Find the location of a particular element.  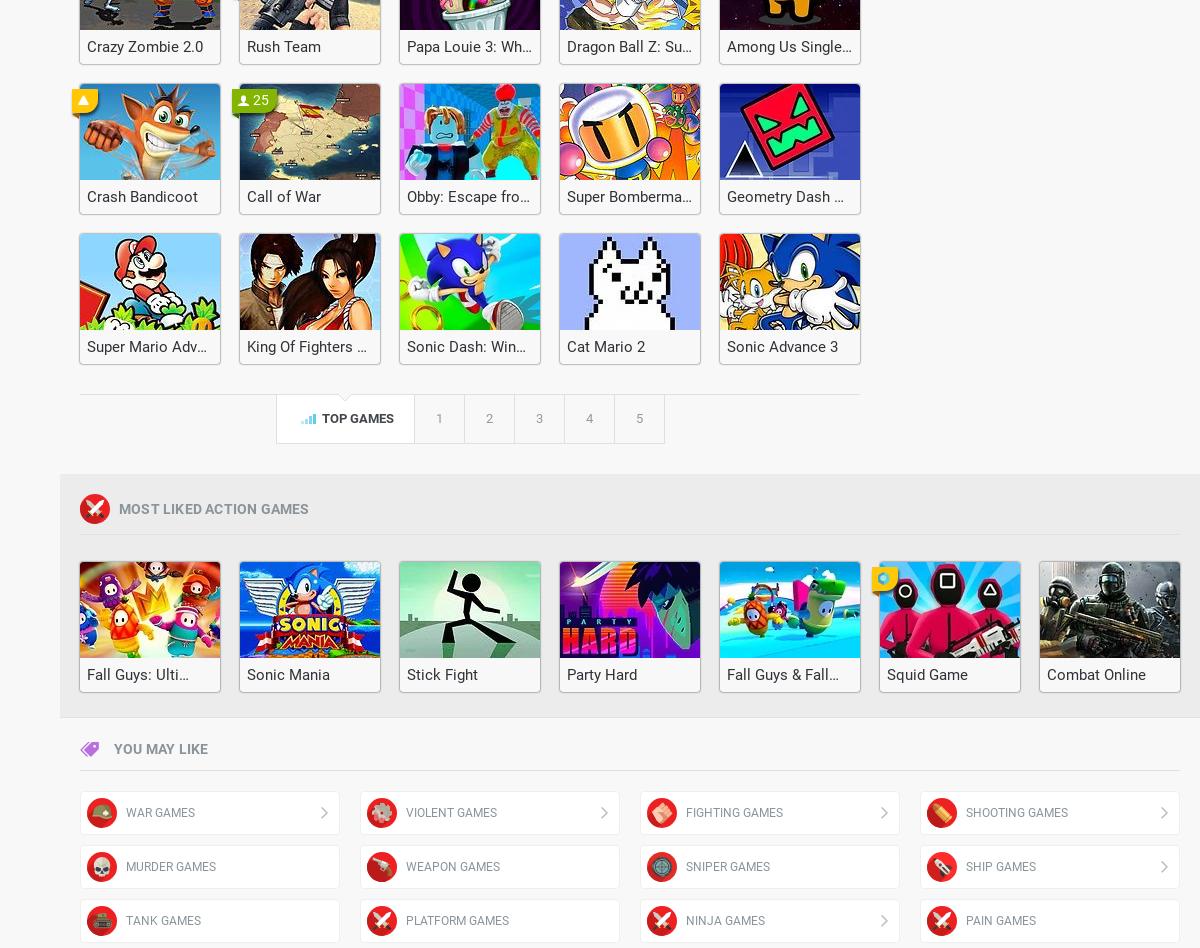

'Most liked Action Games' is located at coordinates (212, 508).